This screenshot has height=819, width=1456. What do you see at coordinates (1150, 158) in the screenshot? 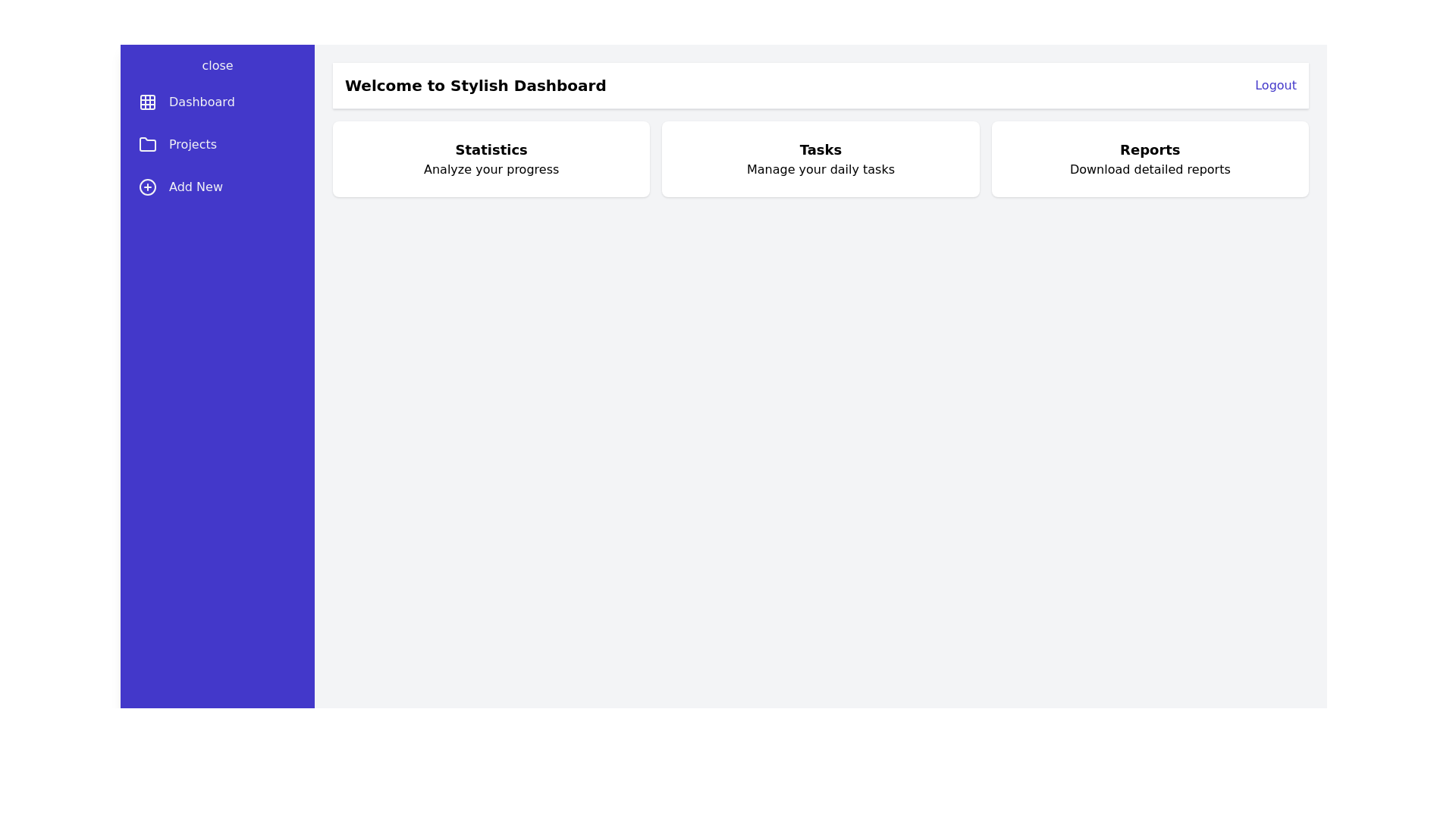
I see `the 'Reports' informational card located in the top-right corner of the content area, which features a bold title and subtext, if it is interactive` at bounding box center [1150, 158].